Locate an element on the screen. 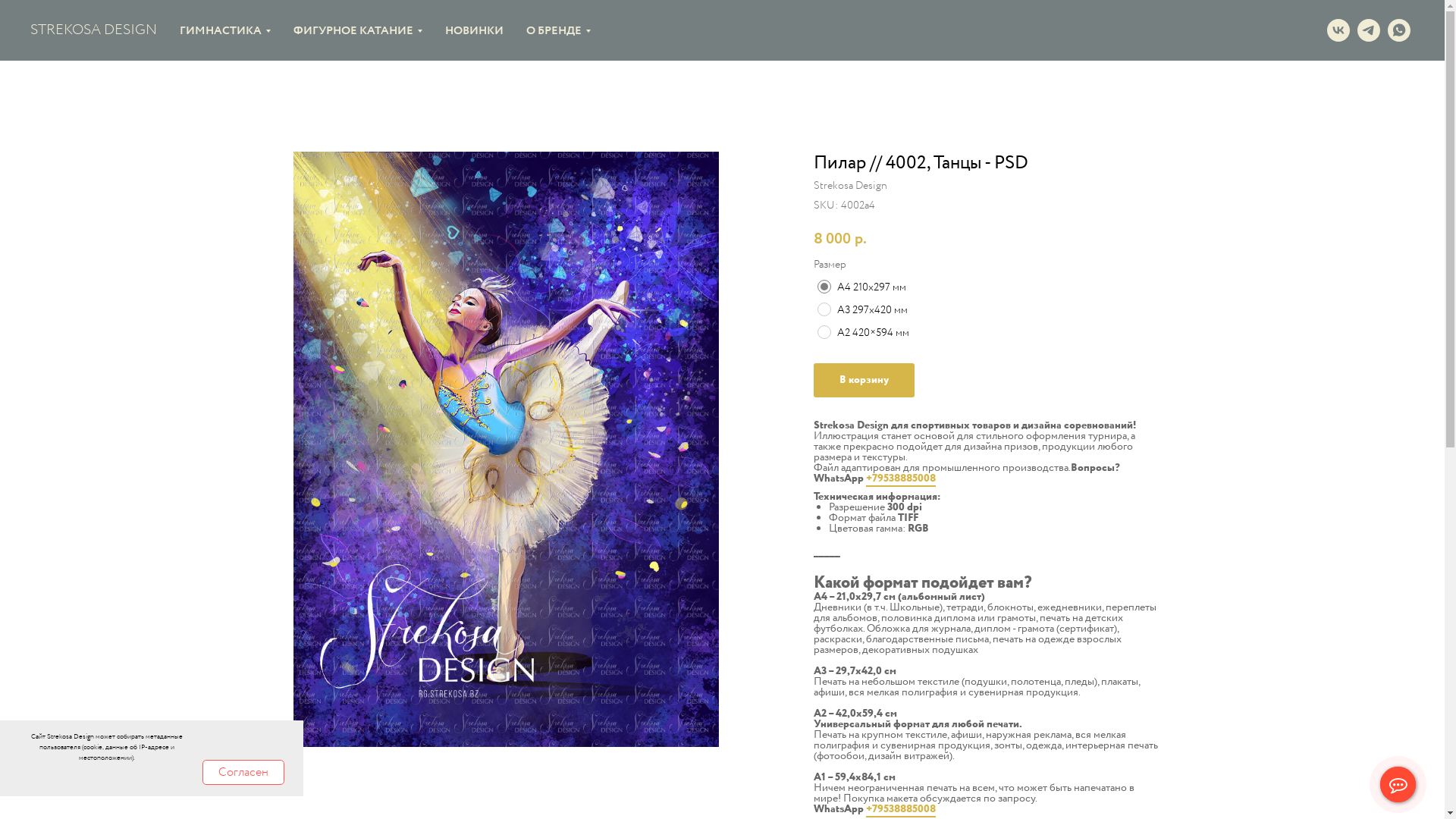 The width and height of the screenshot is (1456, 819). '+79538885008' is located at coordinates (866, 808).